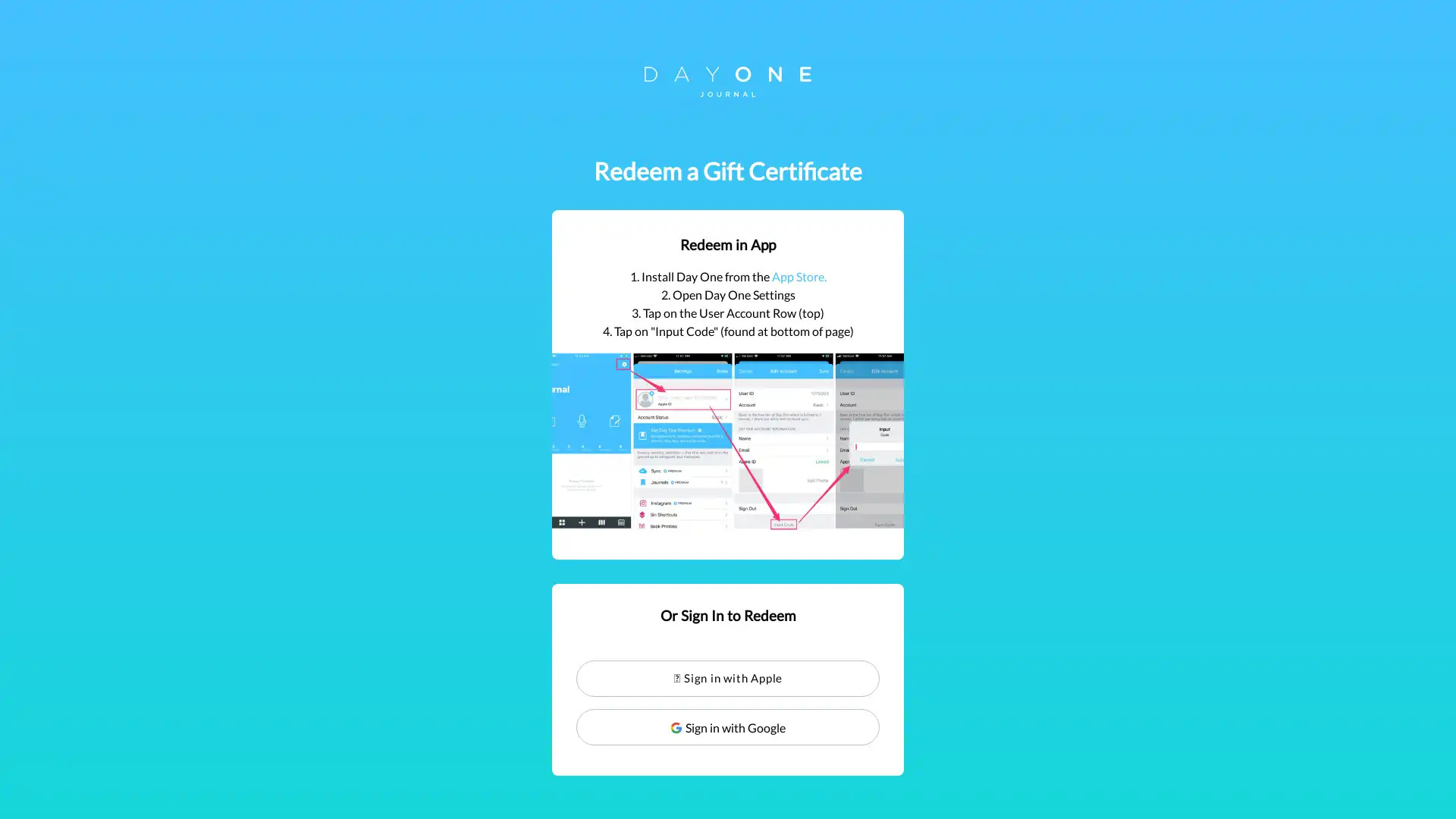 This screenshot has width=1456, height=819. What do you see at coordinates (728, 726) in the screenshot?
I see `Sign in with Google` at bounding box center [728, 726].